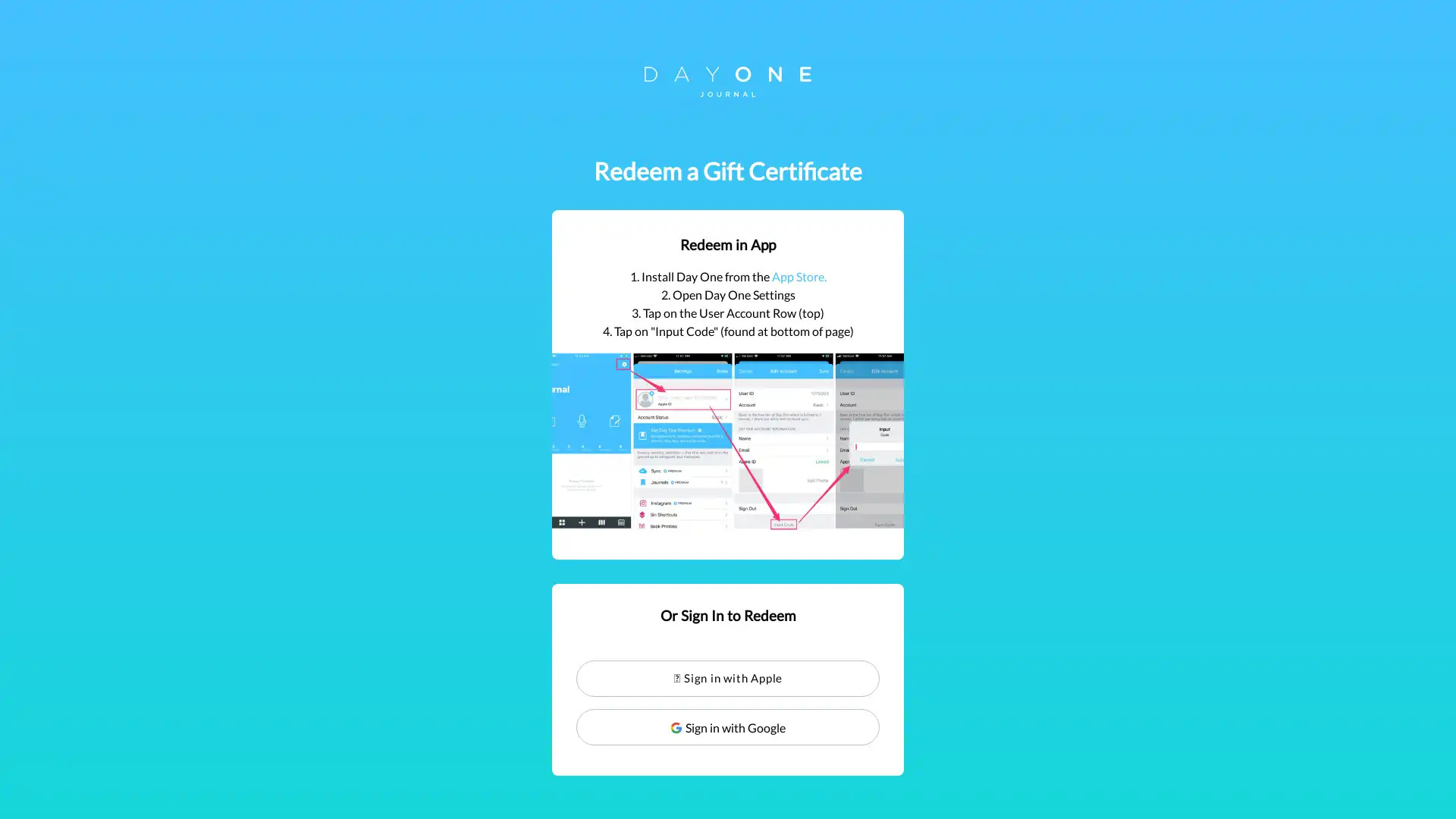 This screenshot has width=1456, height=819. What do you see at coordinates (728, 726) in the screenshot?
I see `Sign in with Google` at bounding box center [728, 726].